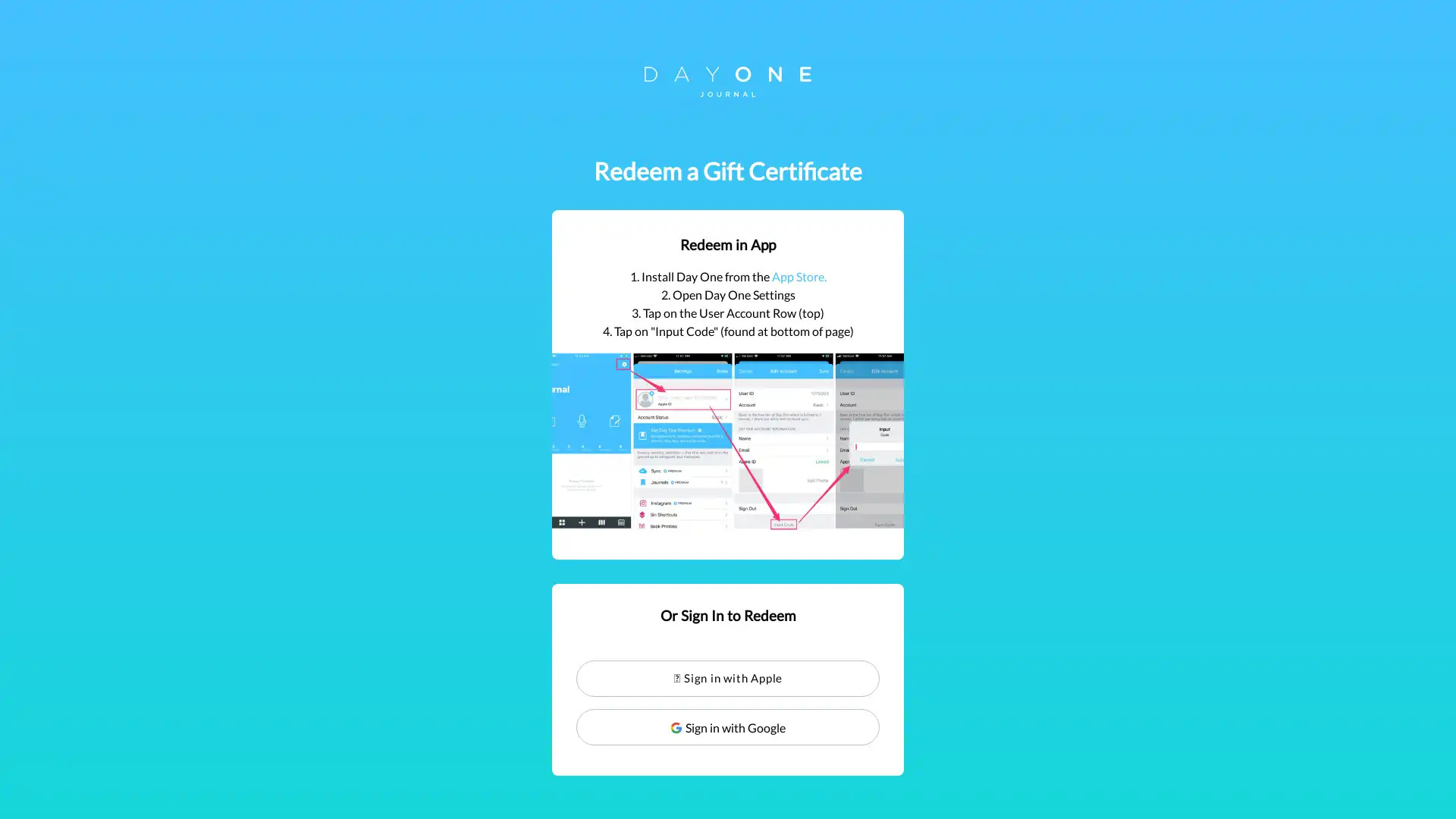 This screenshot has width=1456, height=819. What do you see at coordinates (728, 726) in the screenshot?
I see `Sign in with Google` at bounding box center [728, 726].